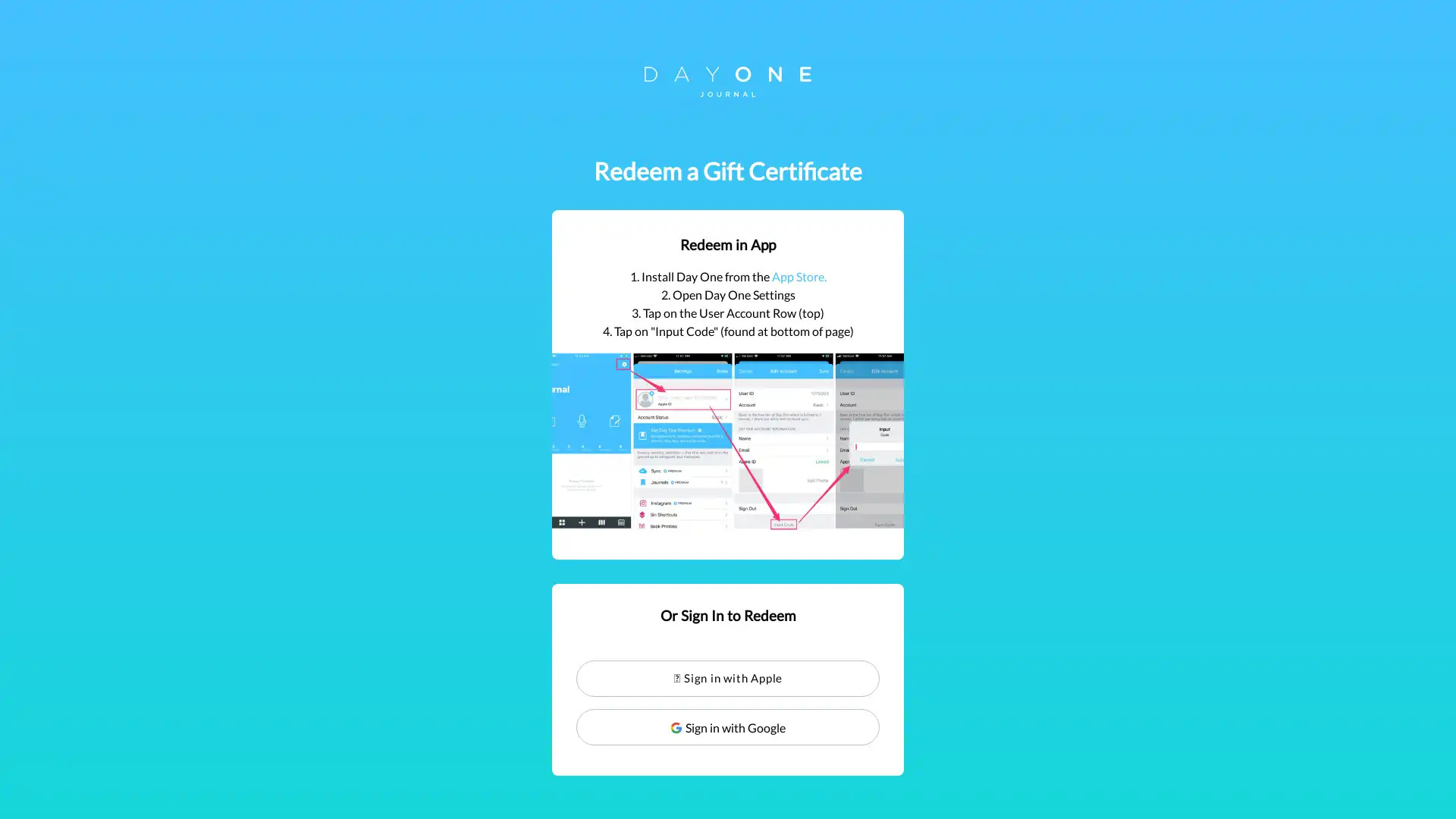 This screenshot has width=1456, height=819. What do you see at coordinates (728, 726) in the screenshot?
I see `Sign in with Google` at bounding box center [728, 726].